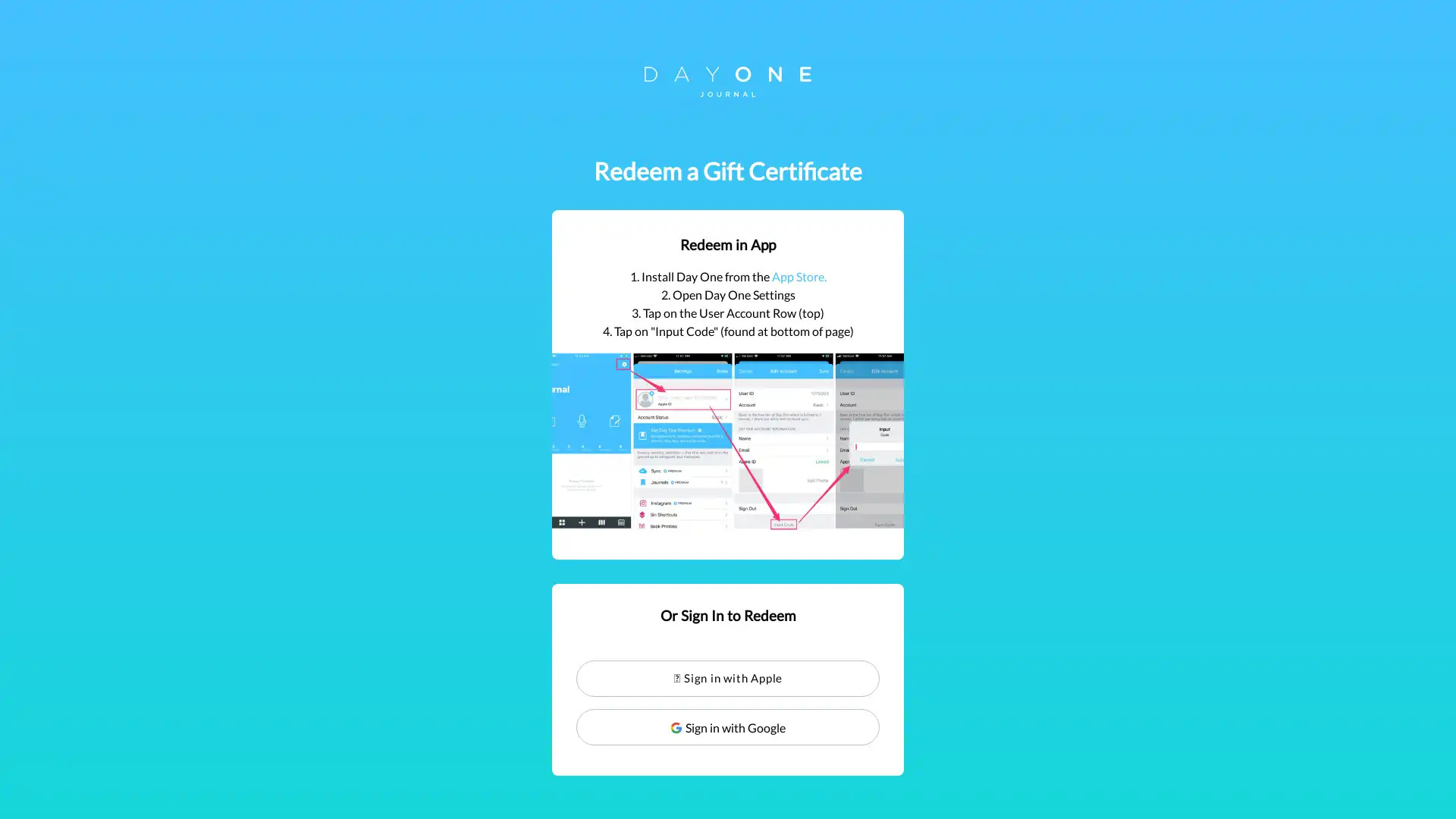 This screenshot has width=1456, height=819. What do you see at coordinates (728, 726) in the screenshot?
I see `Sign in with Google` at bounding box center [728, 726].